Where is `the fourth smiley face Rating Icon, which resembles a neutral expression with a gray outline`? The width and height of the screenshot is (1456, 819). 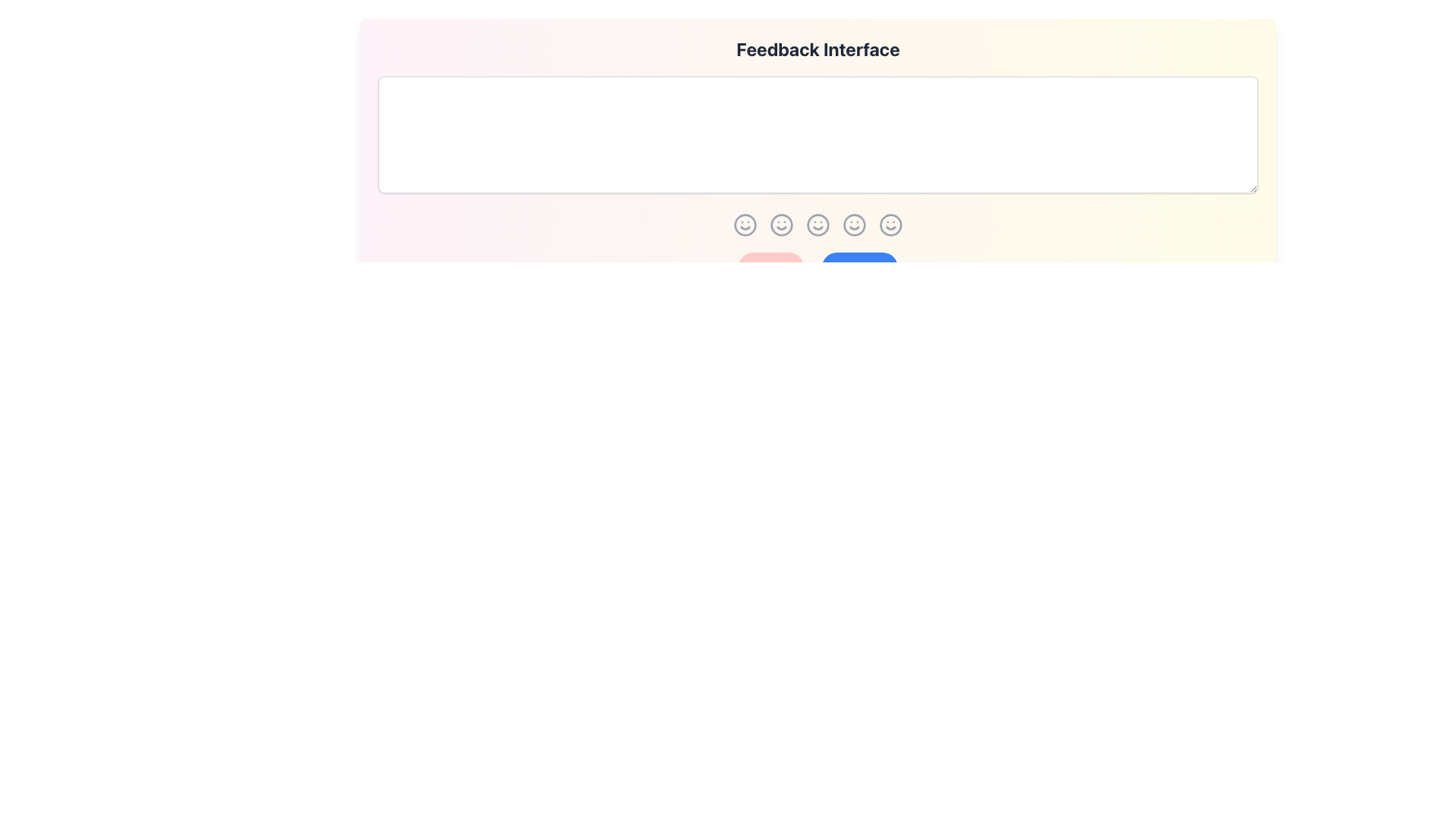
the fourth smiley face Rating Icon, which resembles a neutral expression with a gray outline is located at coordinates (817, 225).